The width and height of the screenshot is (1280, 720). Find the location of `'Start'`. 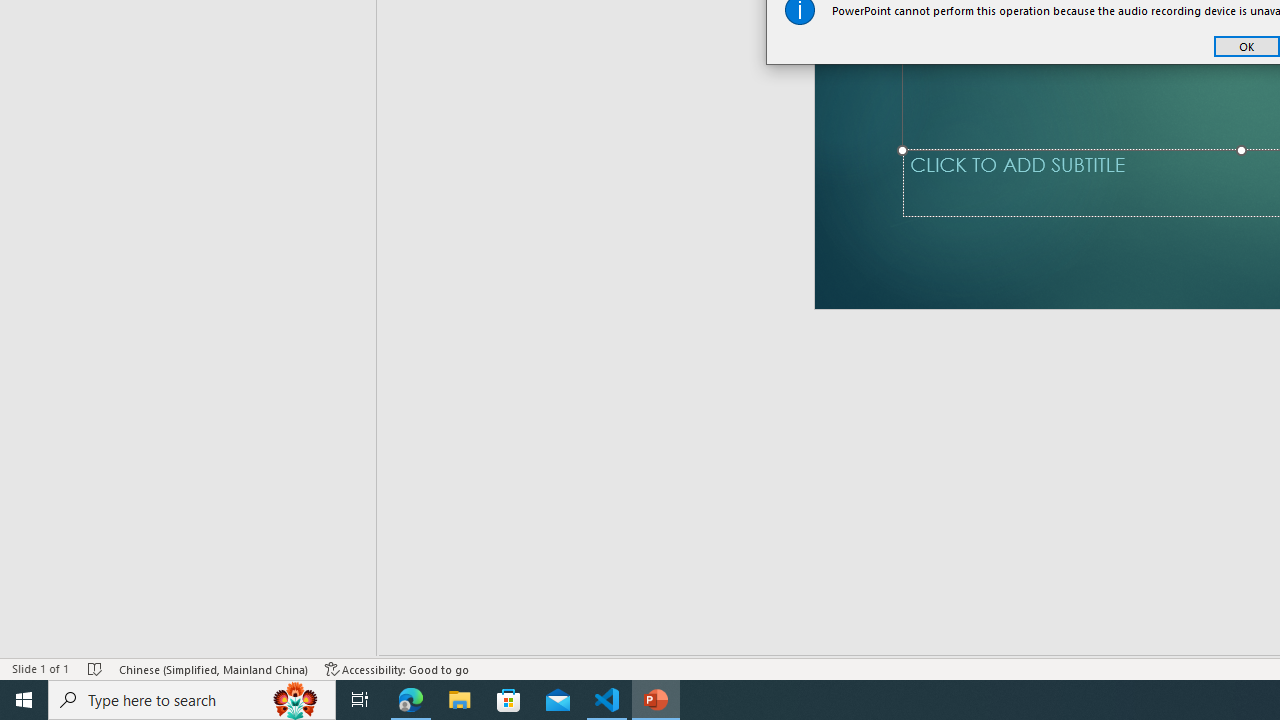

'Start' is located at coordinates (24, 698).